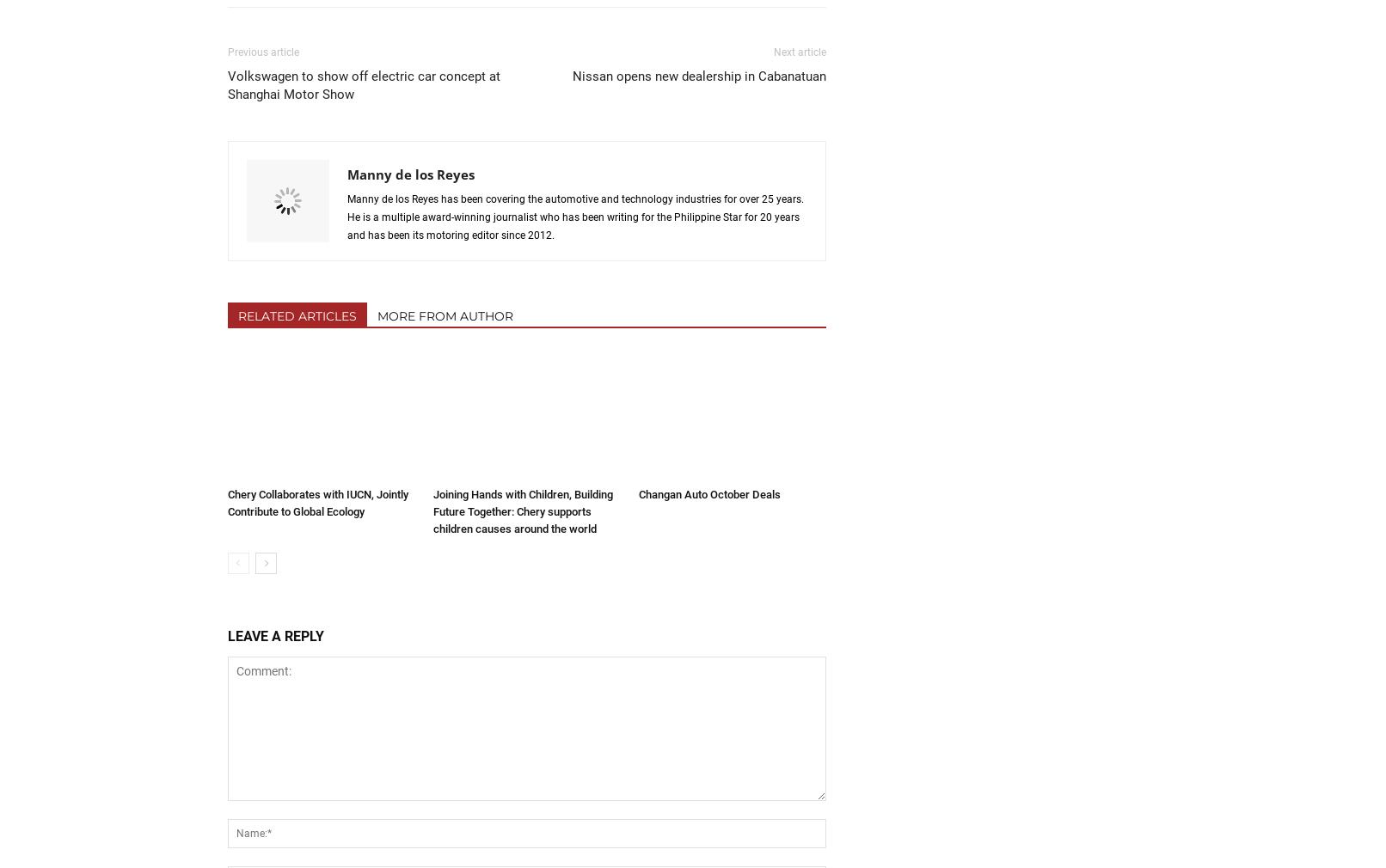  I want to click on 'MORE FROM AUTHOR', so click(443, 315).